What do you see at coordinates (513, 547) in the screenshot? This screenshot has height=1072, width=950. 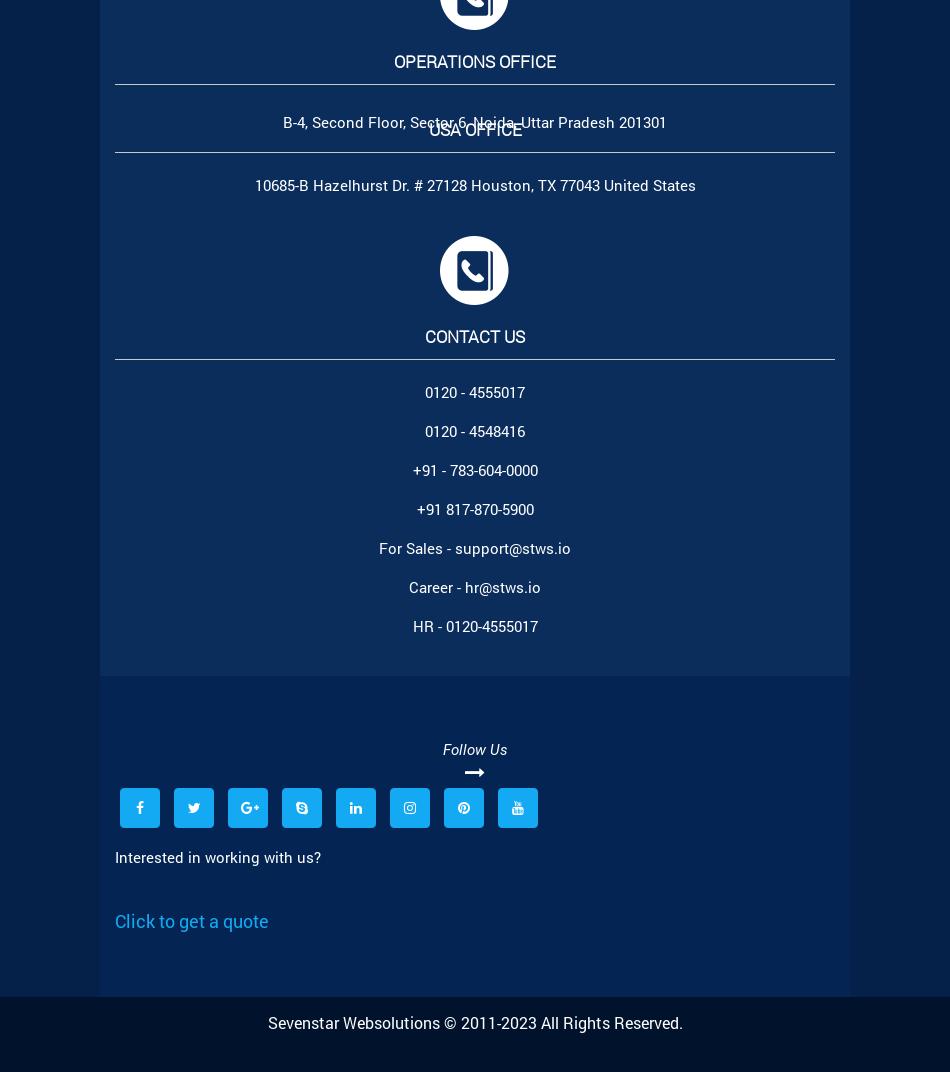 I see `'support@stws.io'` at bounding box center [513, 547].